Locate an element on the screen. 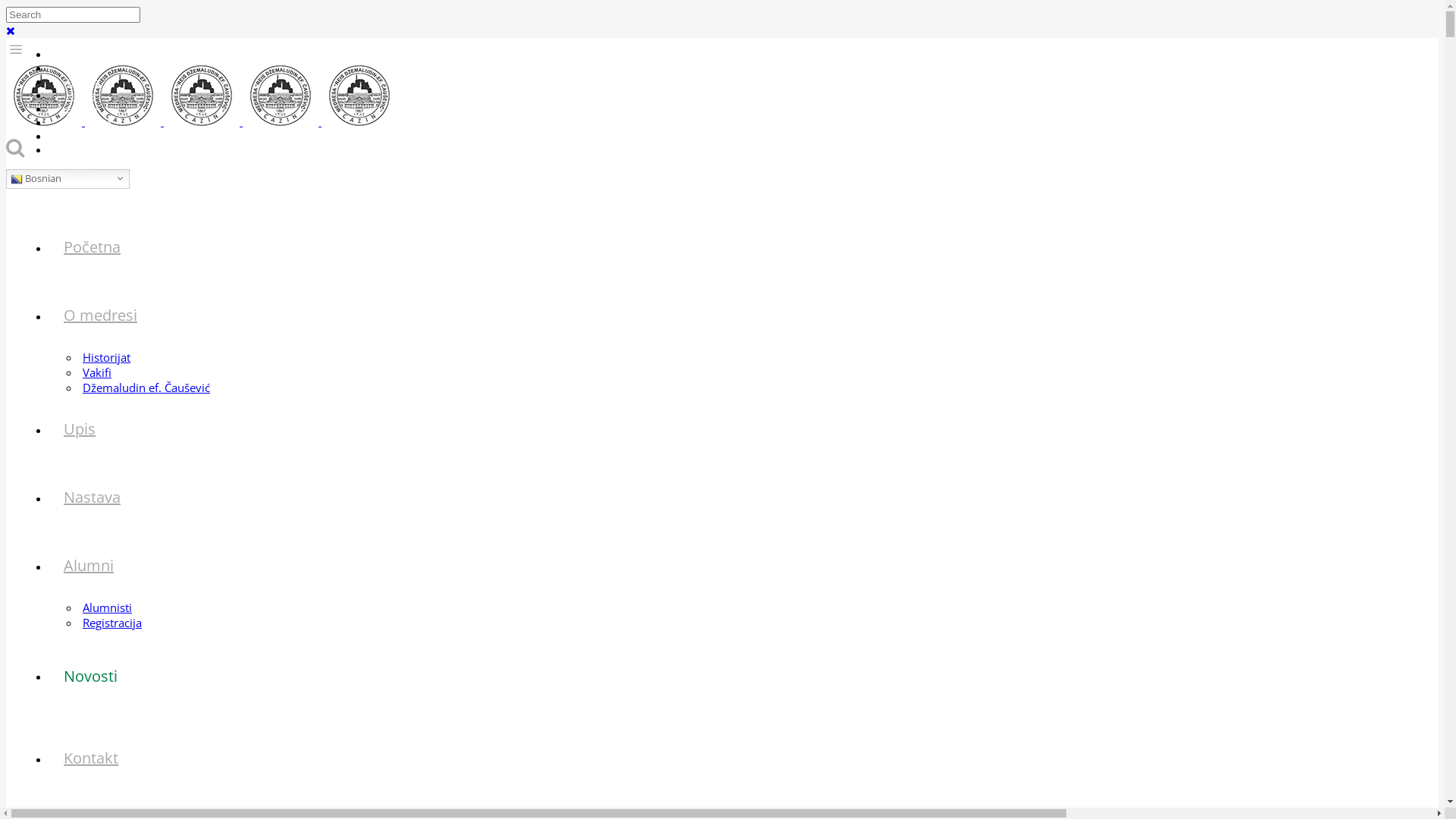 The width and height of the screenshot is (1456, 819). 'Upis' is located at coordinates (79, 428).